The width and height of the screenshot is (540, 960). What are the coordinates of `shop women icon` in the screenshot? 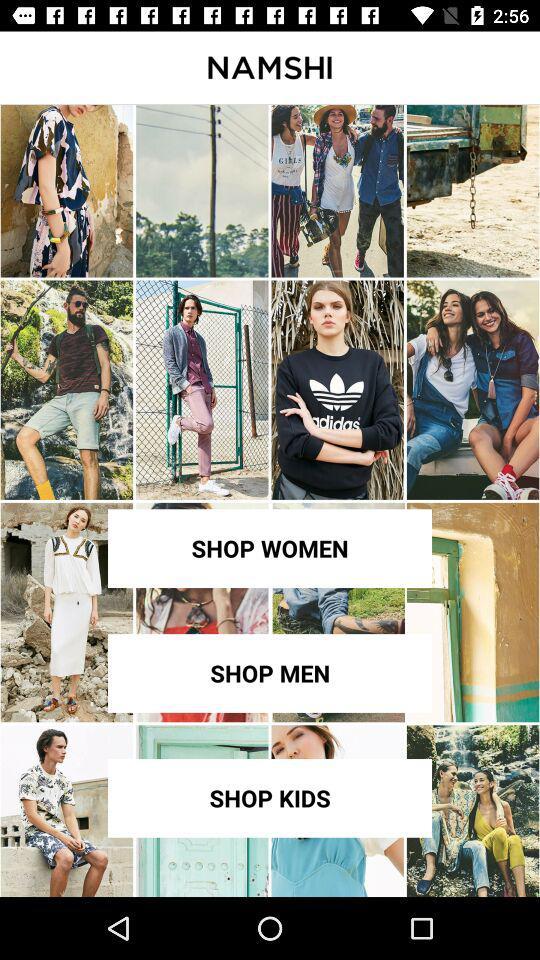 It's located at (270, 548).